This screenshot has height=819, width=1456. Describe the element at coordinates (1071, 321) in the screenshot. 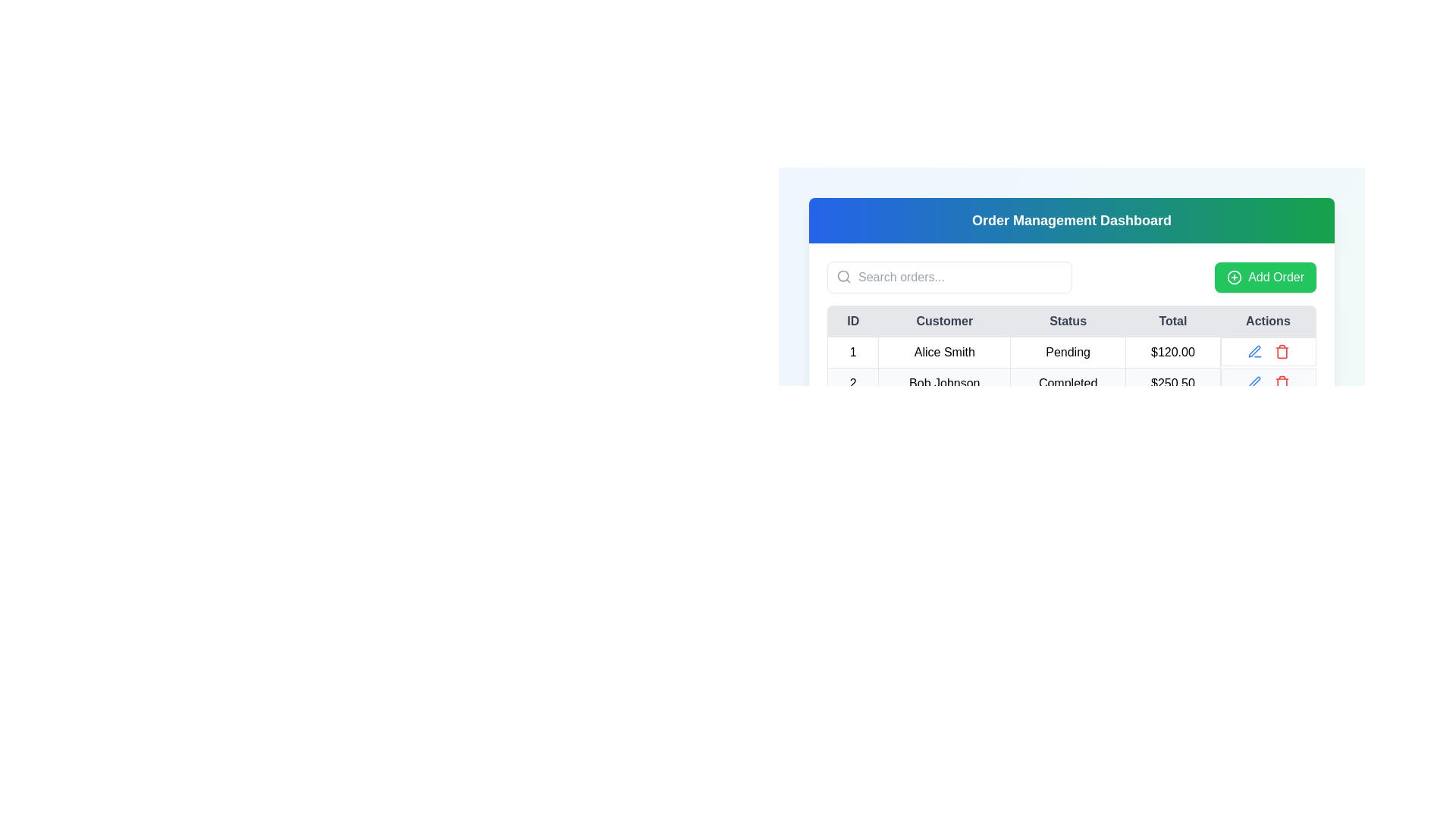

I see `the 'Status' text label in the table header, which is centrally aligned and styled in bold font, located between the 'Customer' and 'Total' columns` at that location.